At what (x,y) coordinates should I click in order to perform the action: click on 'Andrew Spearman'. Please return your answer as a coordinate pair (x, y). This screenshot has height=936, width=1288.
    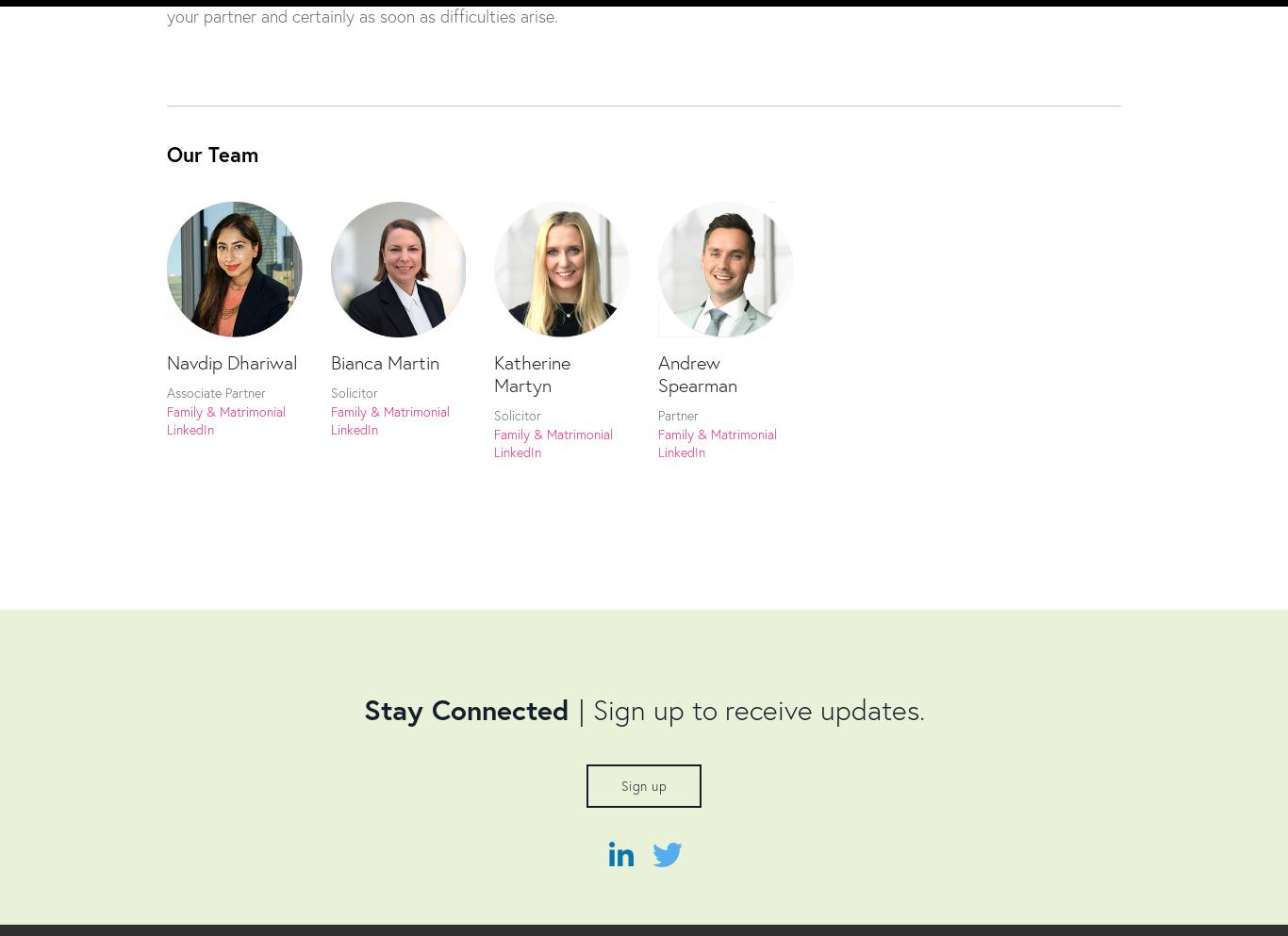
    Looking at the image, I should click on (697, 371).